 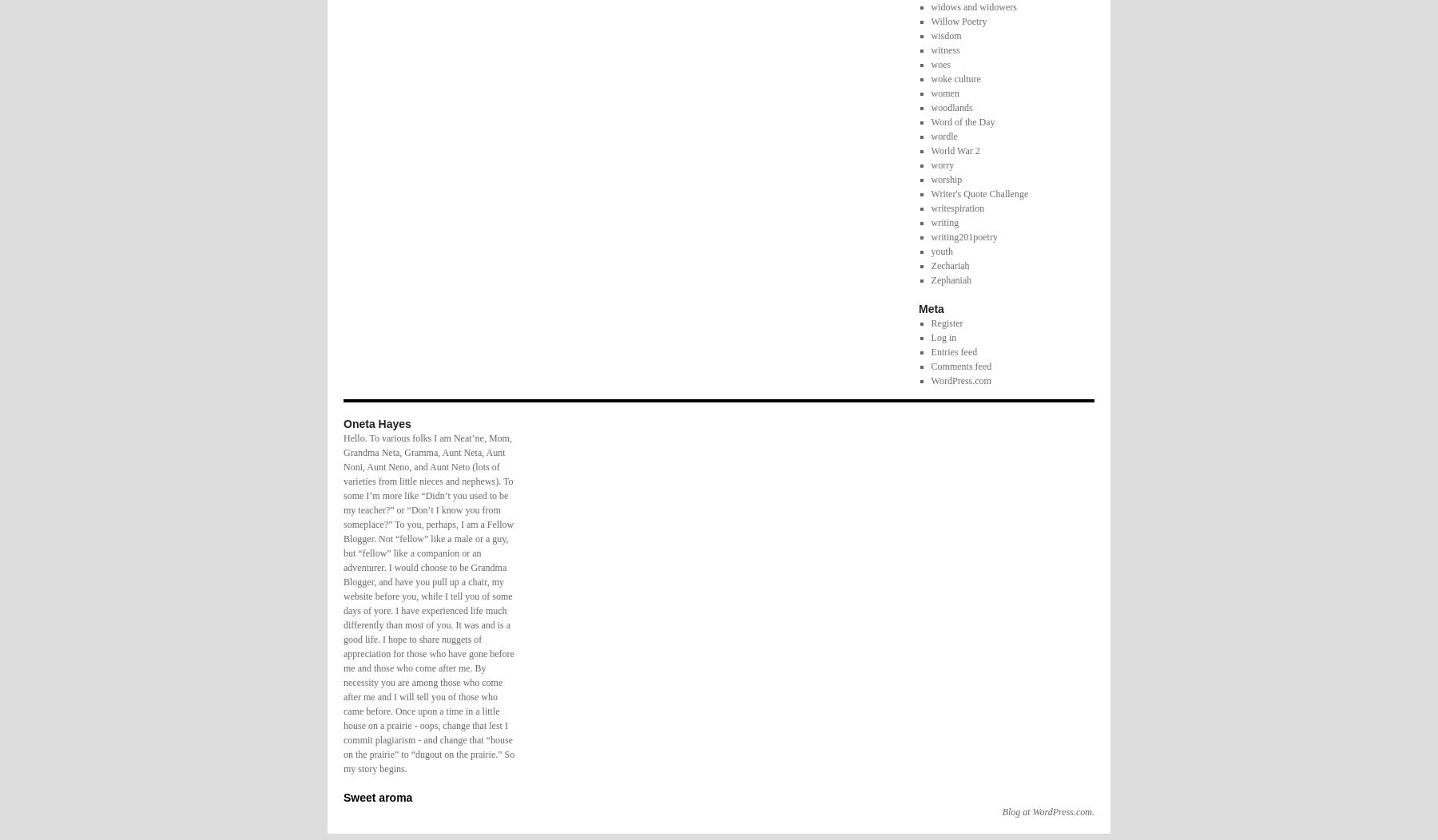 I want to click on 'Word of the Day', so click(x=961, y=121).